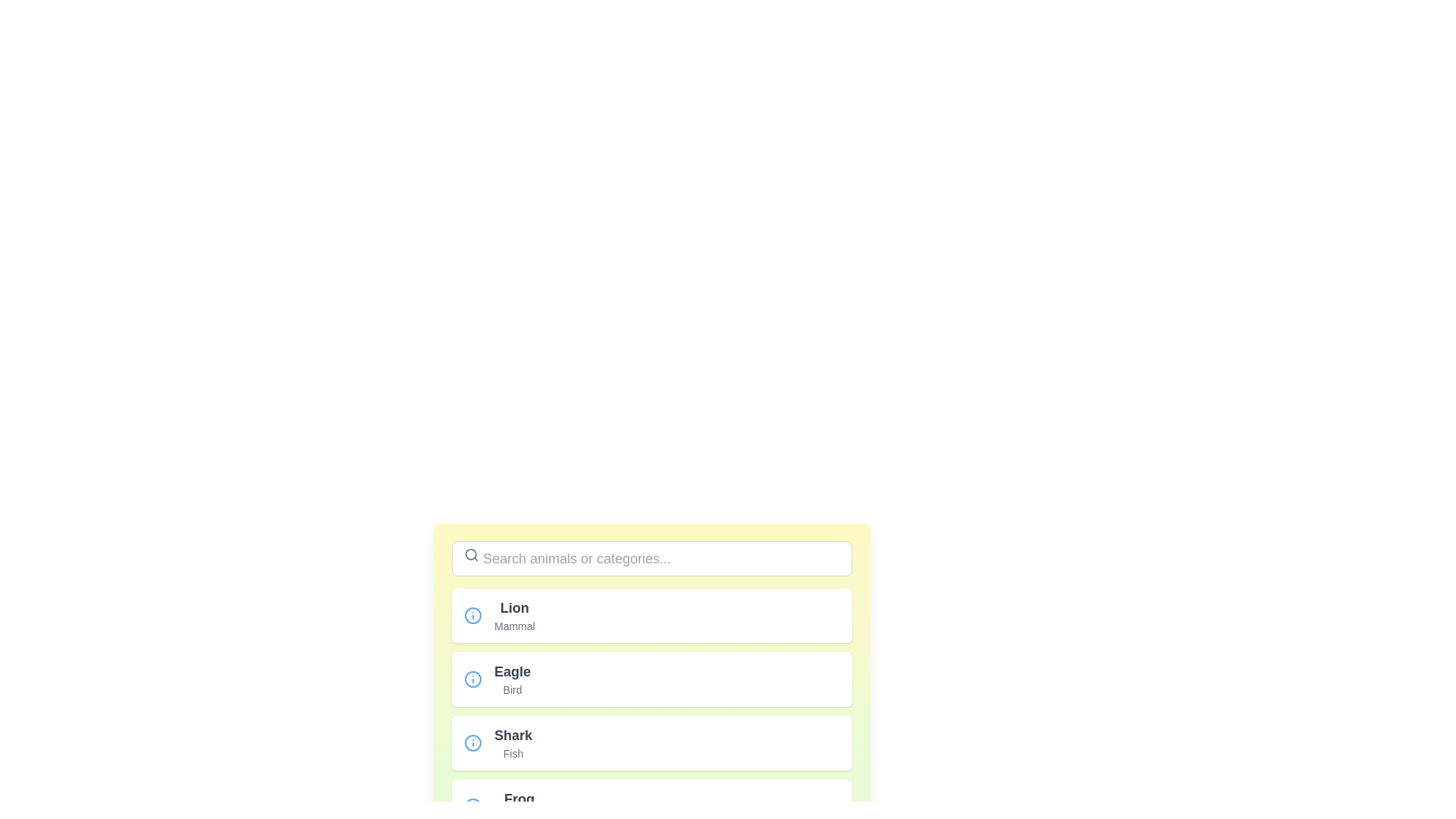  What do you see at coordinates (513, 671) in the screenshot?
I see `text content of the label displaying the name 'Eagle', which is positioned in the second row of a vertically stacked list, above 'Bird' and below 'Lion'` at bounding box center [513, 671].